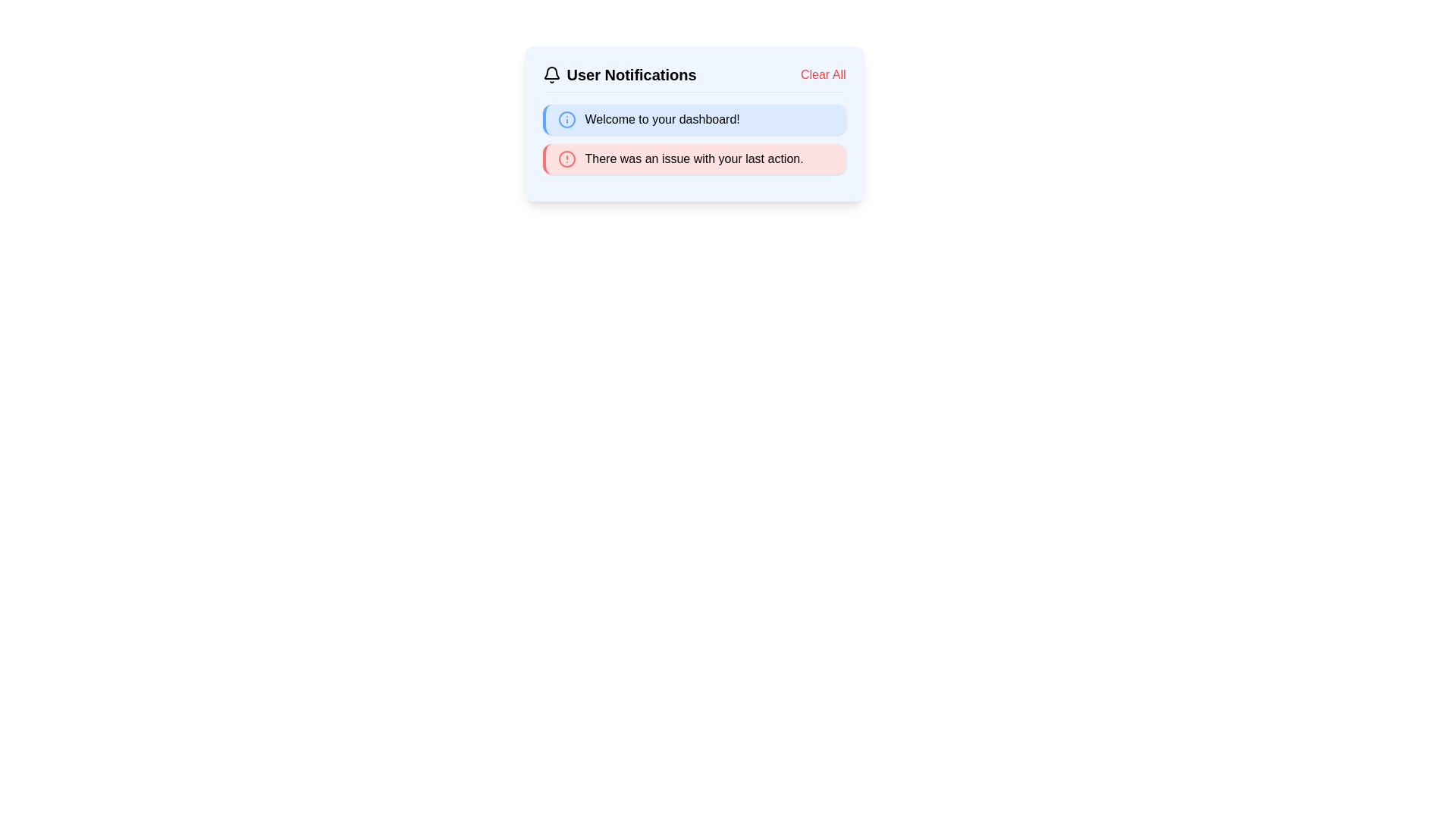 This screenshot has height=819, width=1456. Describe the element at coordinates (566, 158) in the screenshot. I see `the red circular SVG icon with a white border located inside the error notification message in the 'User Notifications' modal, which is left-aligned next to the text 'There was an issue with your last action.'` at that location.